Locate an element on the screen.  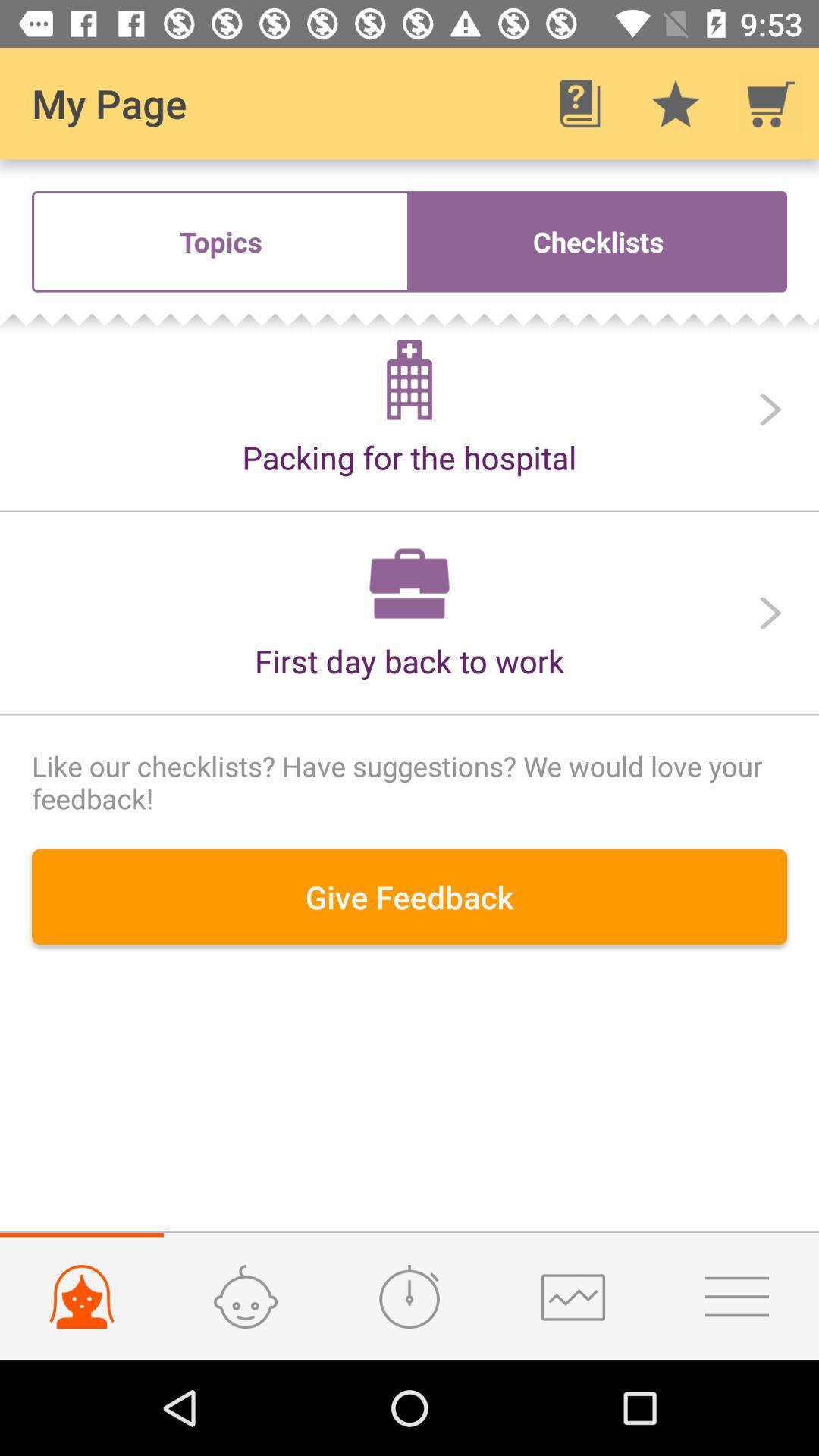
item above checklists icon is located at coordinates (771, 102).